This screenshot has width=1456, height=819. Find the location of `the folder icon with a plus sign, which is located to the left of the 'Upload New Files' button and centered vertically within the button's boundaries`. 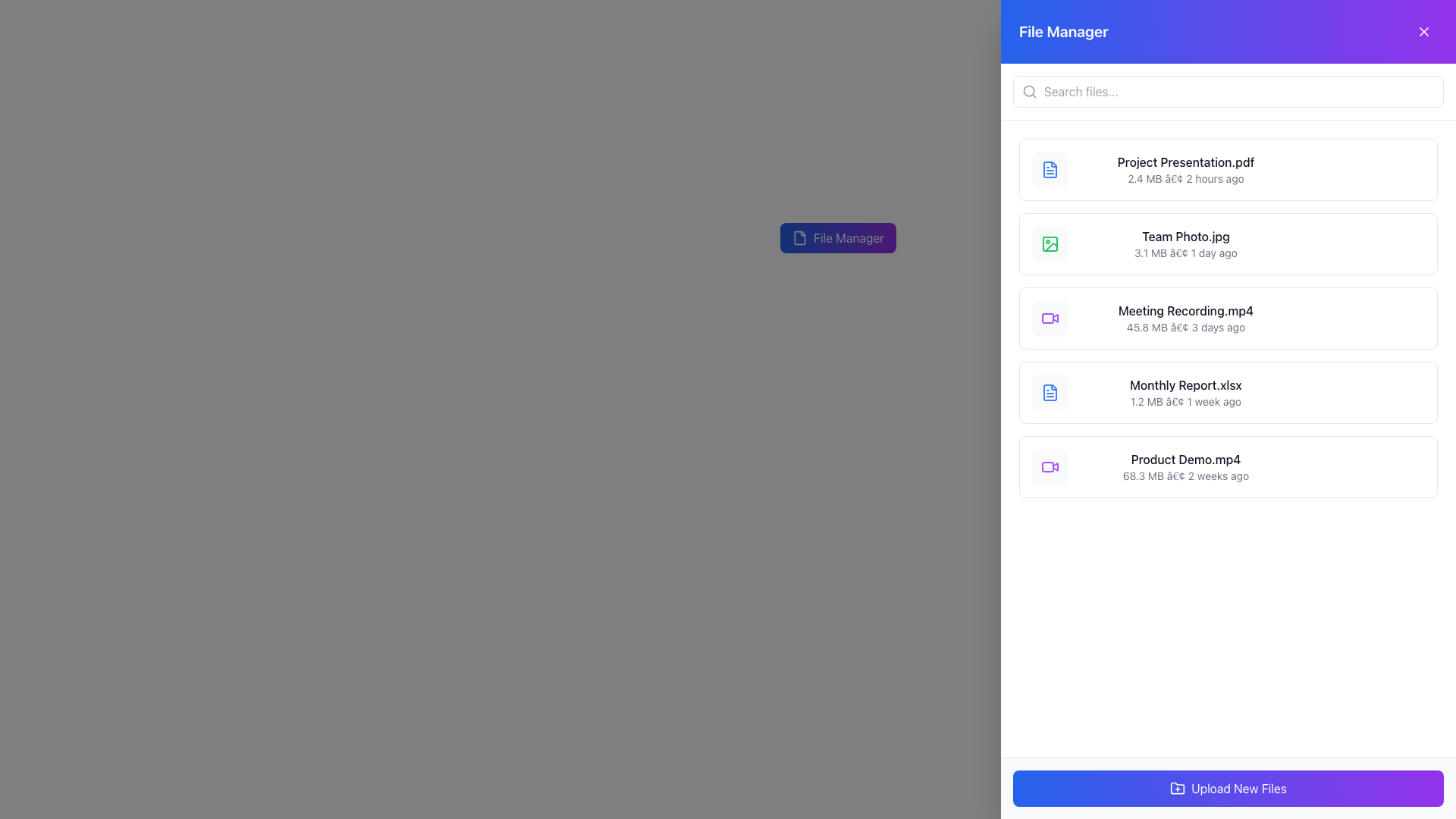

the folder icon with a plus sign, which is located to the left of the 'Upload New Files' button and centered vertically within the button's boundaries is located at coordinates (1177, 788).